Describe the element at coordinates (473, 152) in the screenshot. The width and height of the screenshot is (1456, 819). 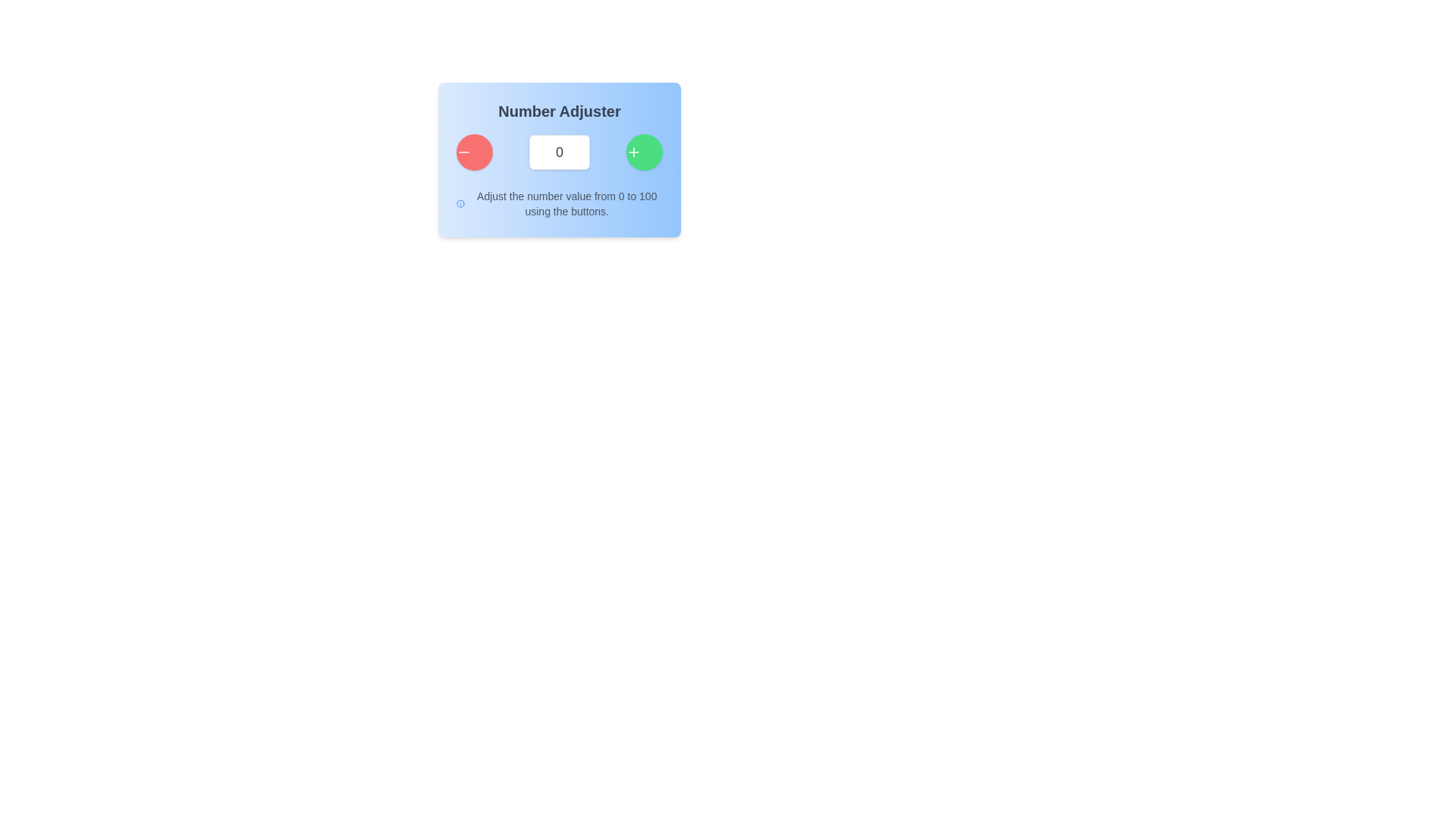
I see `the circular red button with a white dash, part of the 'Number Adjuster' group, to change its appearance to a darker red` at that location.